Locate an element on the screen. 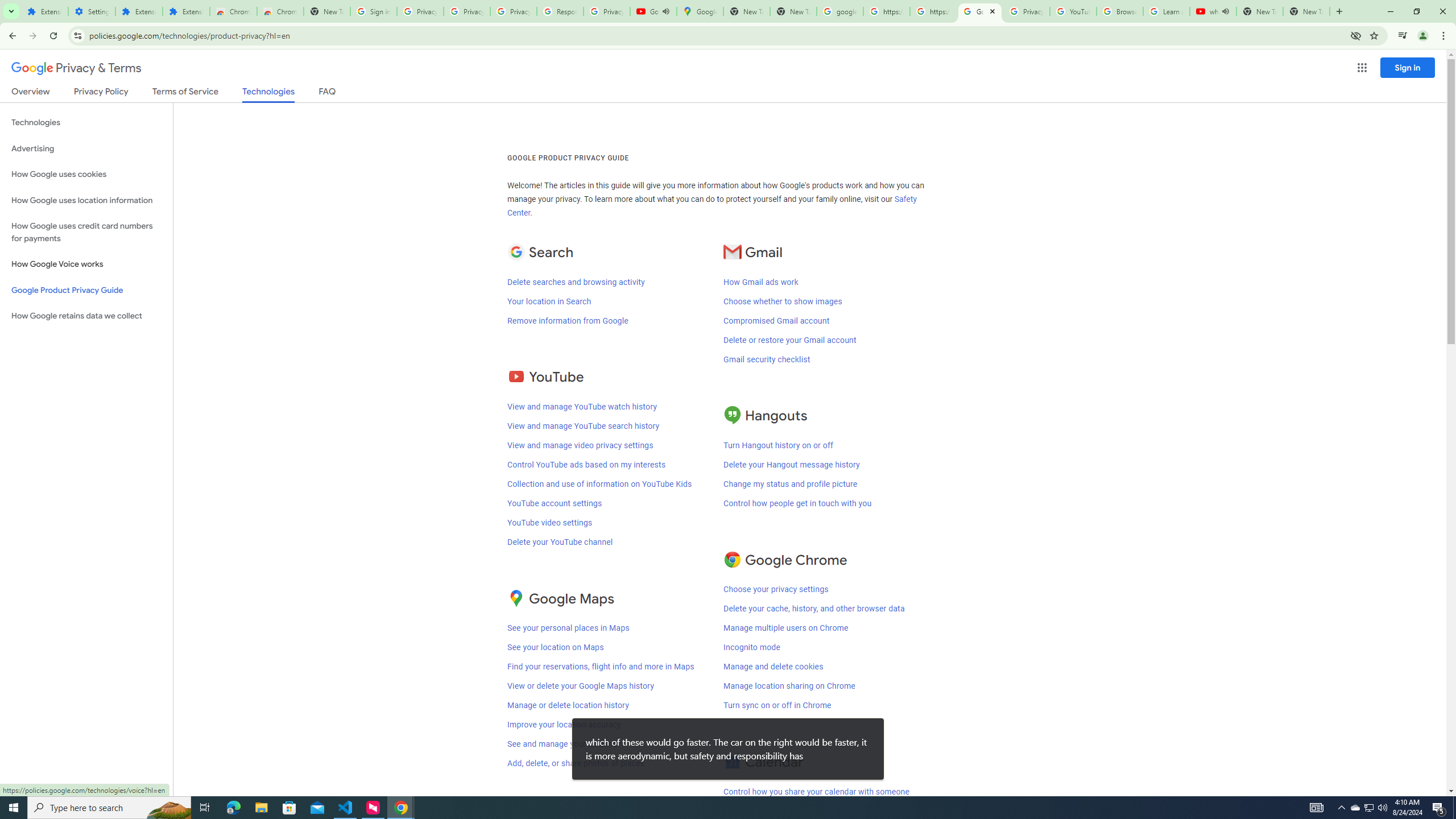 The height and width of the screenshot is (819, 1456). 'How Google retains data we collect' is located at coordinates (86, 316).